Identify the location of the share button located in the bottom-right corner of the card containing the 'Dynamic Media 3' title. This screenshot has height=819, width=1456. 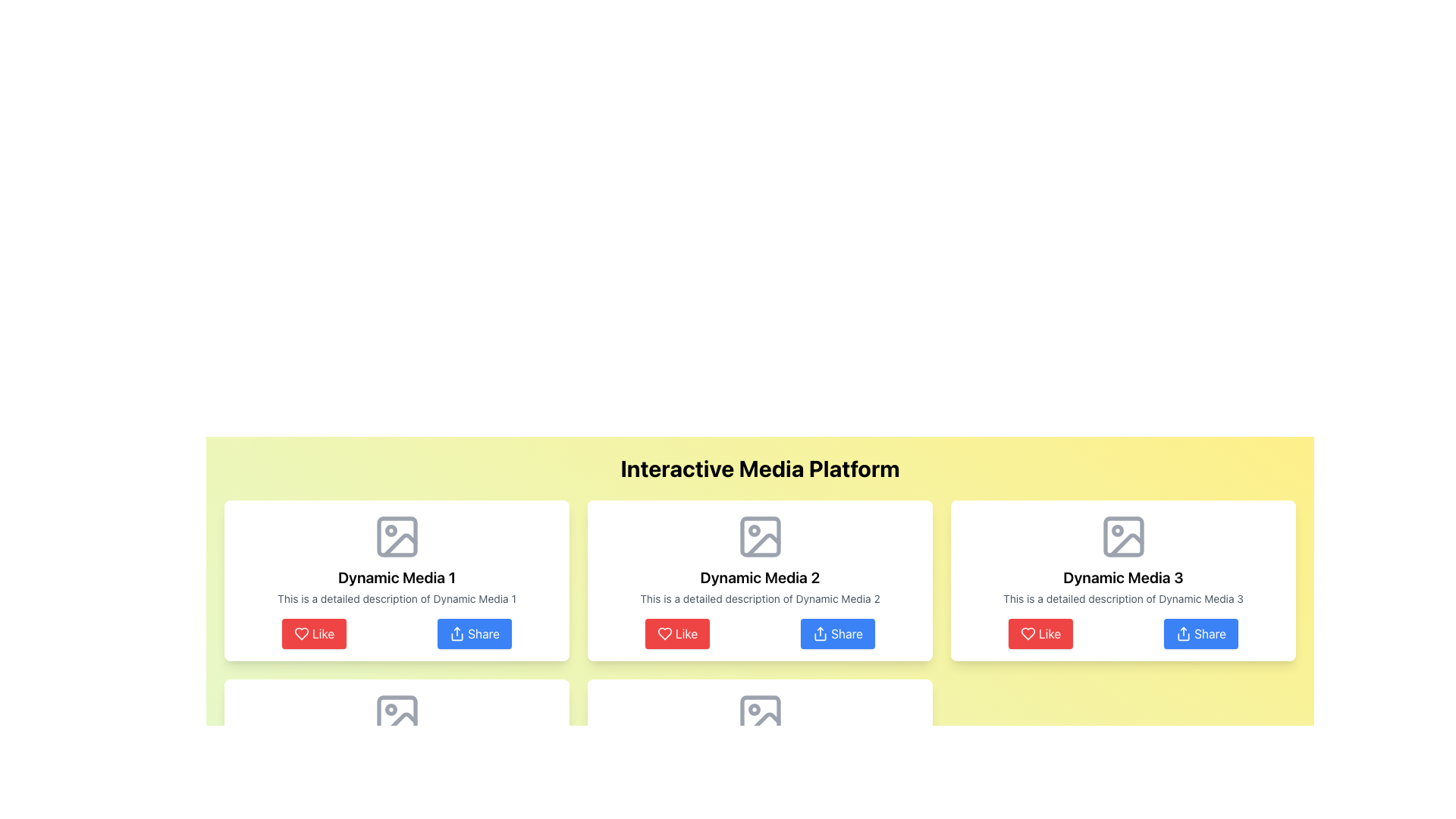
(1200, 634).